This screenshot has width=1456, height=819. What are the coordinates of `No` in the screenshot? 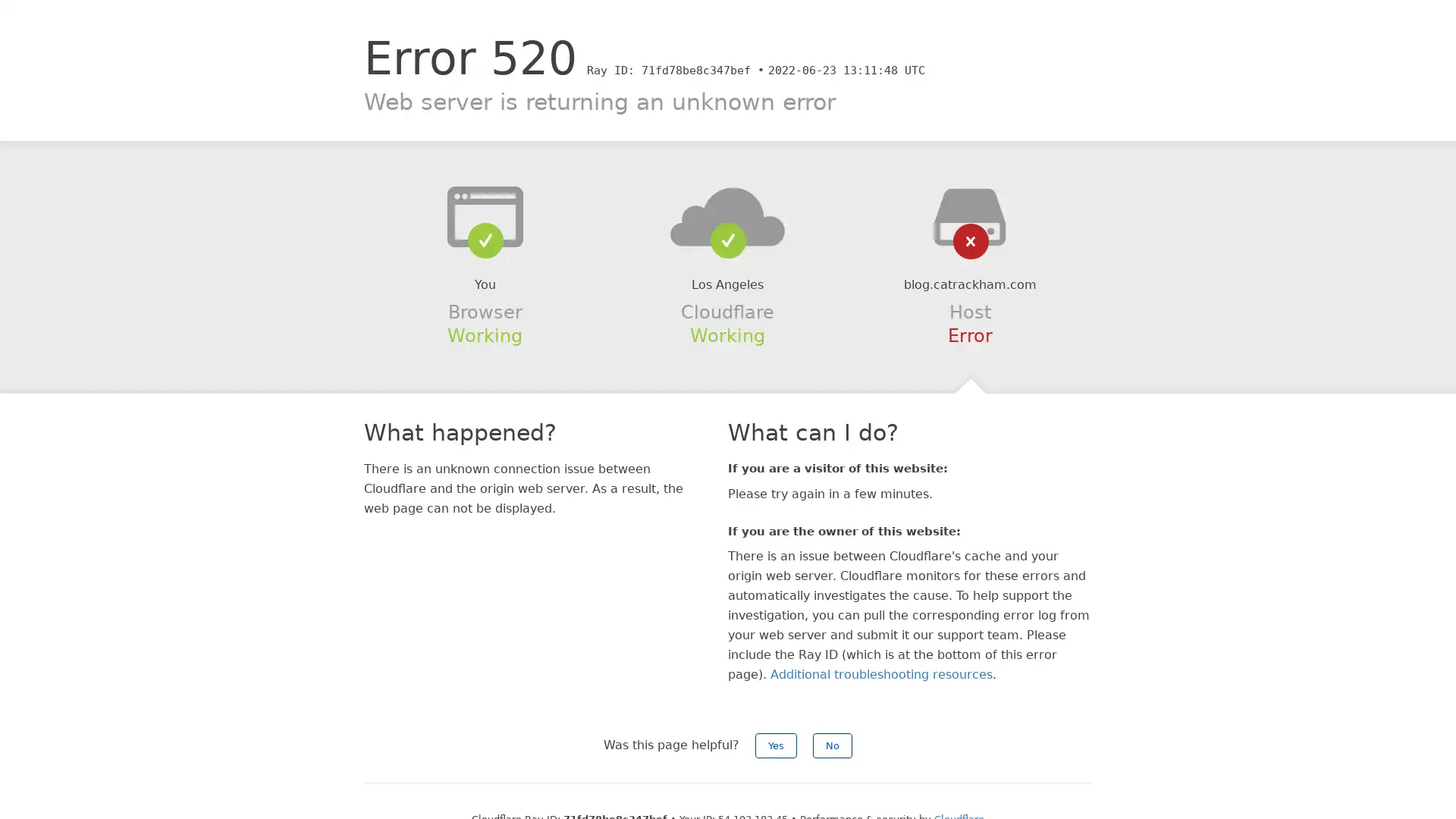 It's located at (832, 745).